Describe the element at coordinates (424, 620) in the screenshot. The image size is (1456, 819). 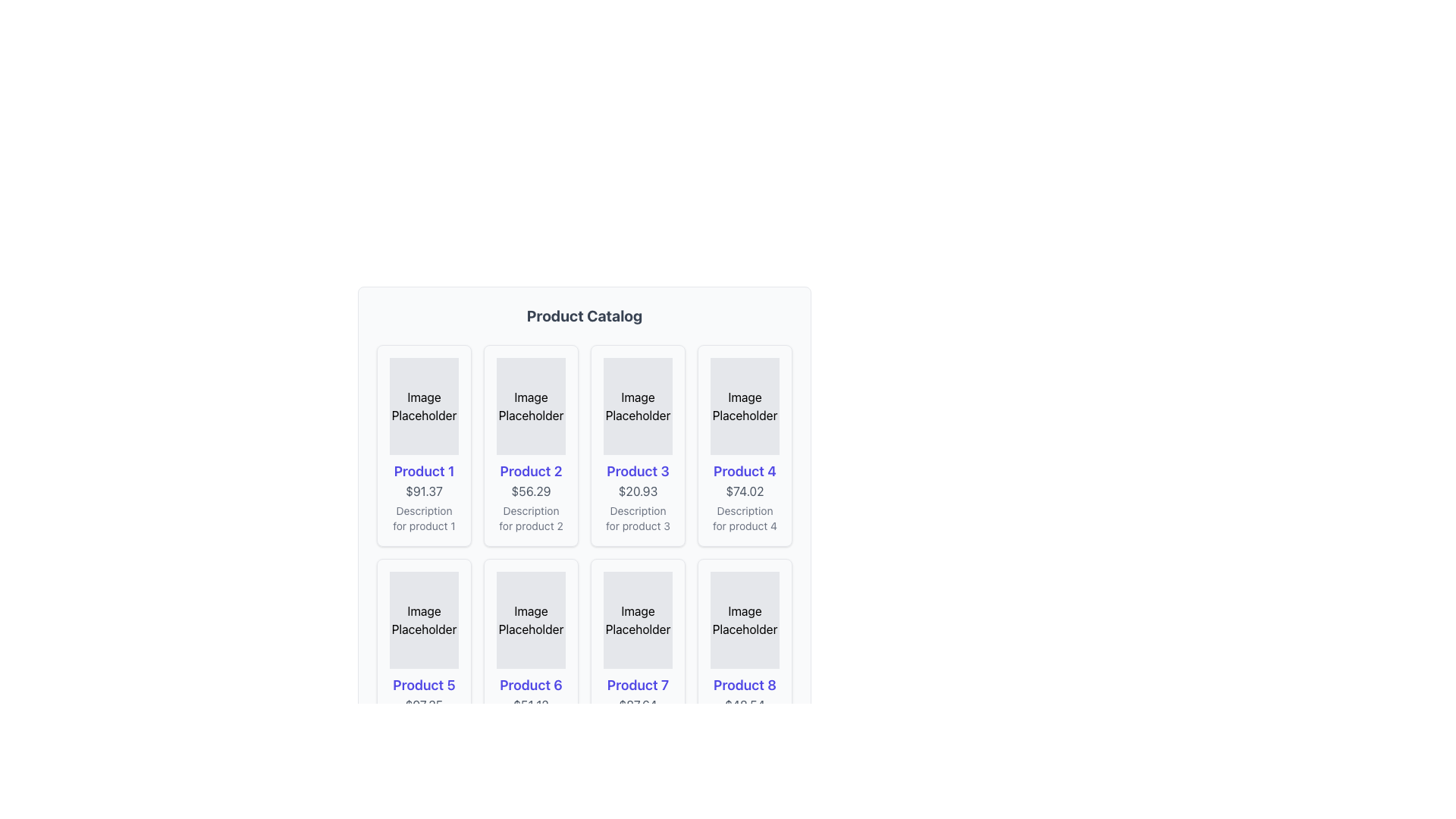
I see `the image placeholder located at the top of the fifth card in the 'Product Catalog' section, directly above the title 'Product 5'` at that location.